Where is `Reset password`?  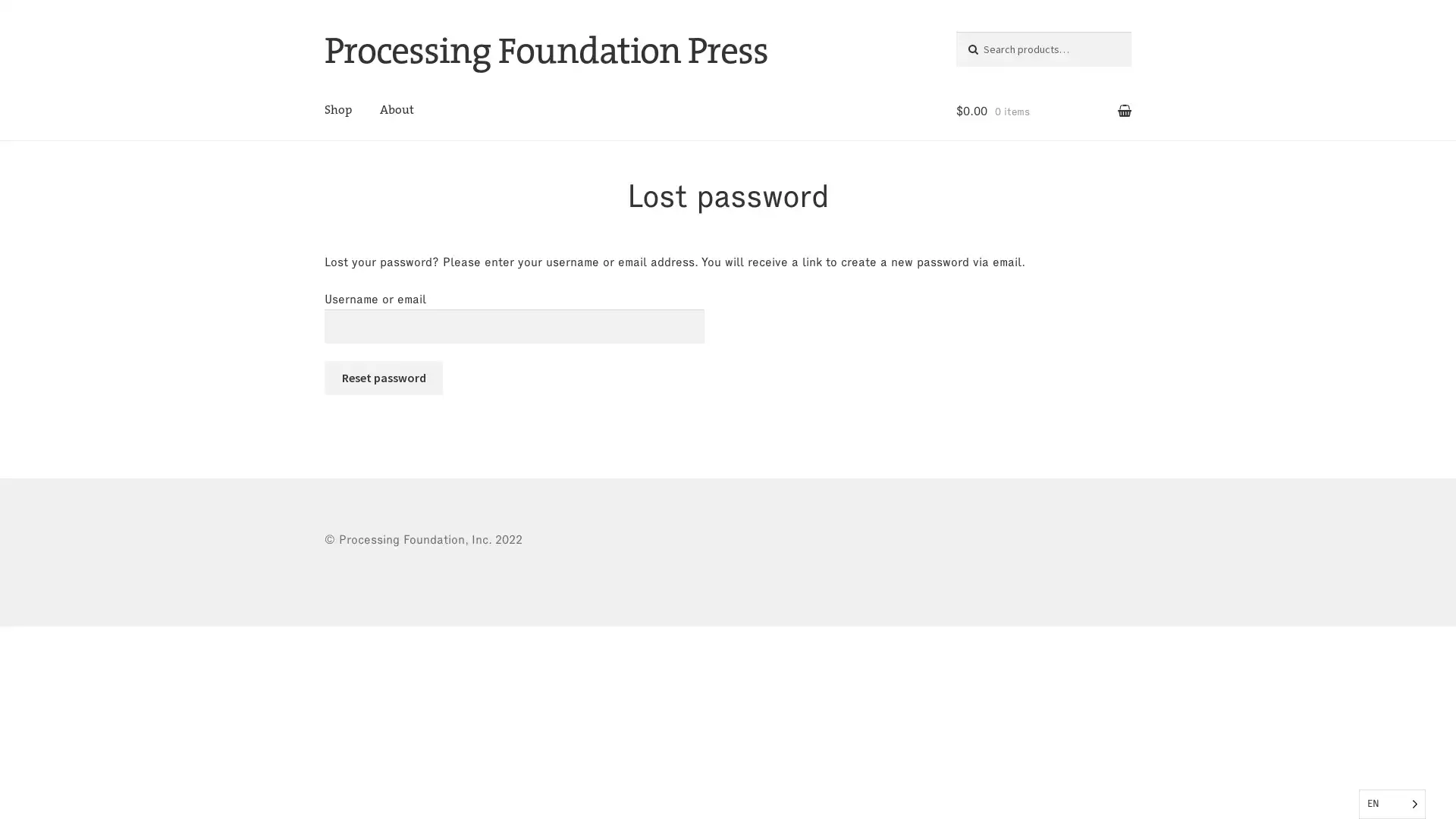 Reset password is located at coordinates (383, 376).